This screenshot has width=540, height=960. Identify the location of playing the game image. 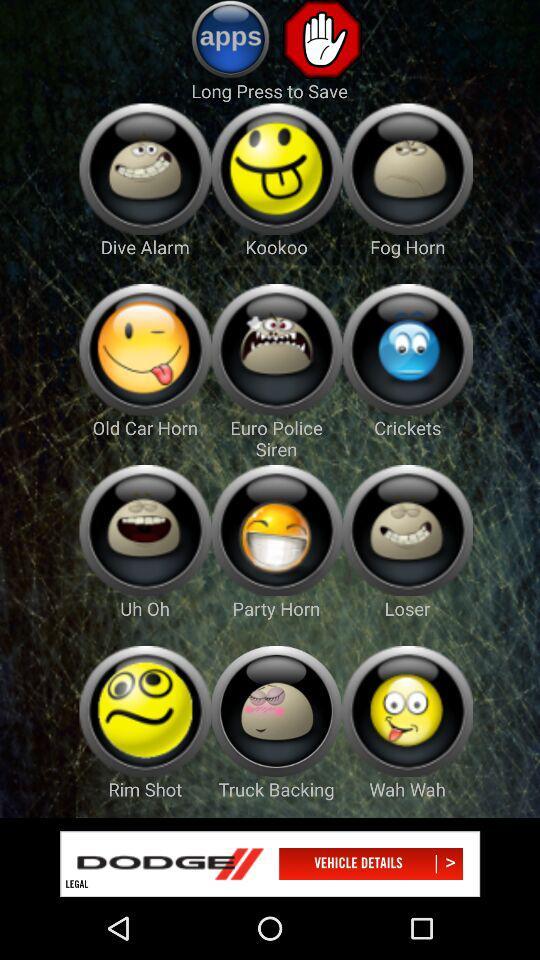
(275, 529).